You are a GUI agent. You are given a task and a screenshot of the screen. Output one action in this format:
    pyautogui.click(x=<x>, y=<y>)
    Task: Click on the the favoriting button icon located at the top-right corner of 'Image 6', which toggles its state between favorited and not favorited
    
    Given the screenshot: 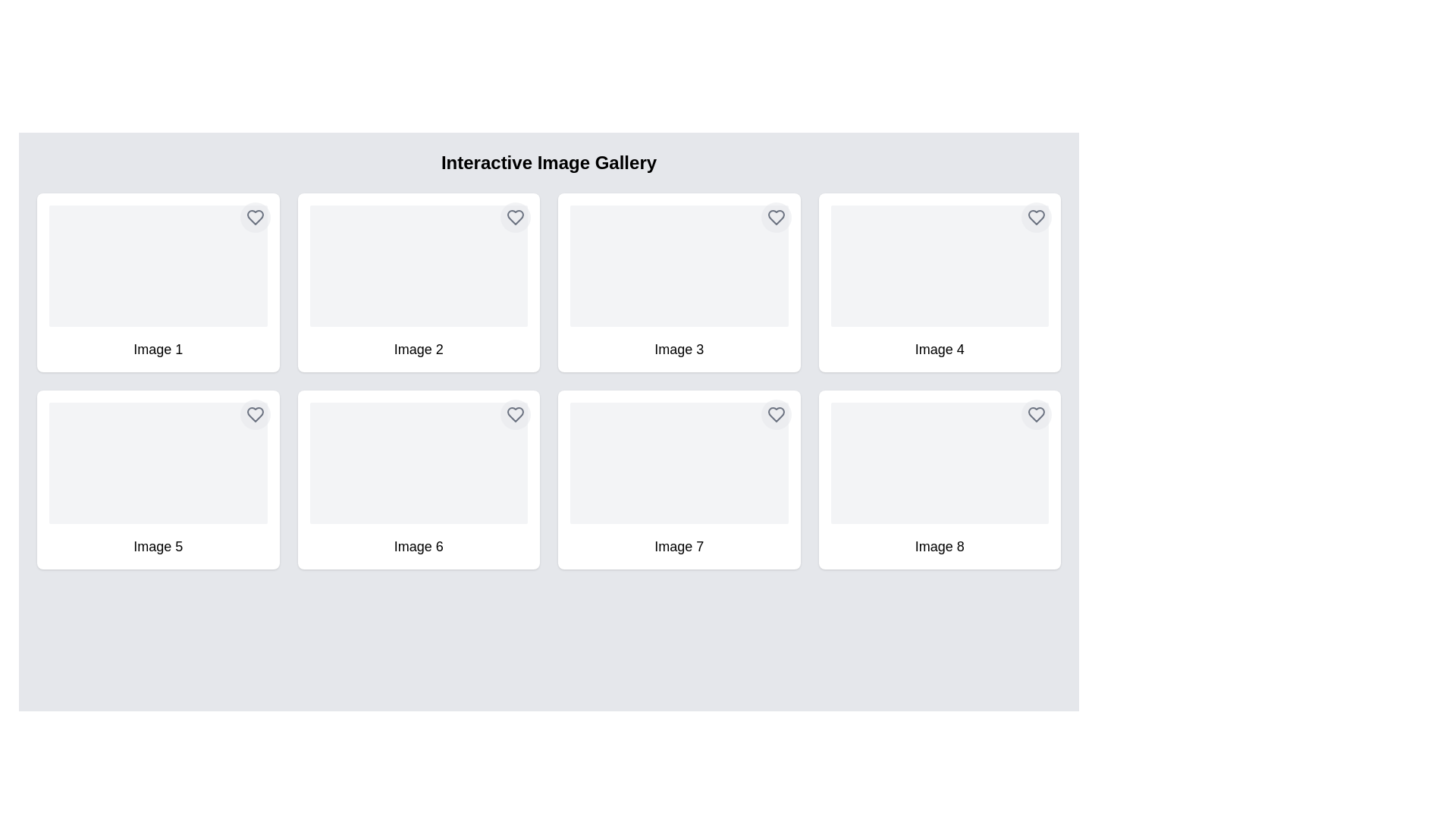 What is the action you would take?
    pyautogui.click(x=516, y=415)
    